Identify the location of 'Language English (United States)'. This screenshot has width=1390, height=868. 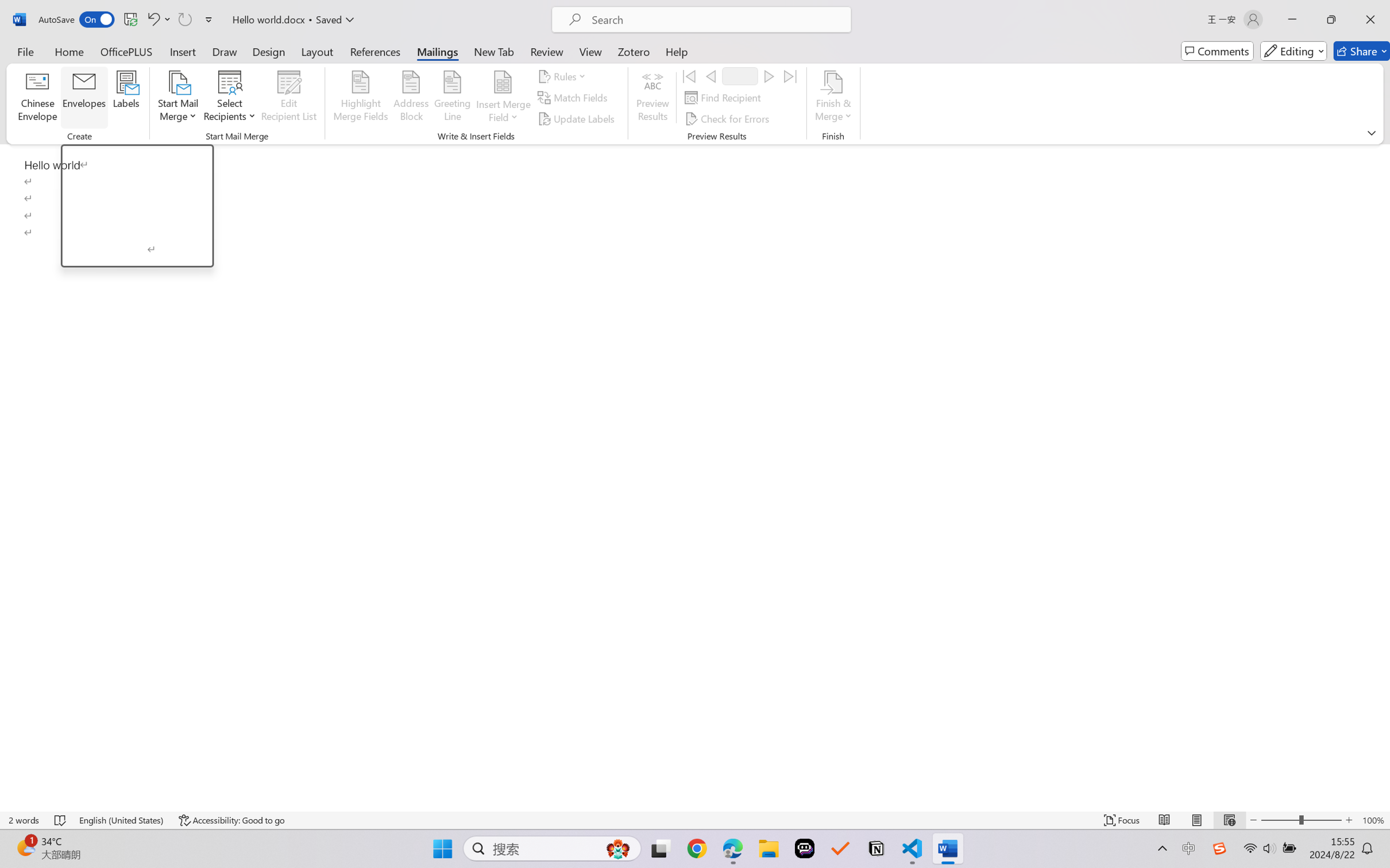
(122, 820).